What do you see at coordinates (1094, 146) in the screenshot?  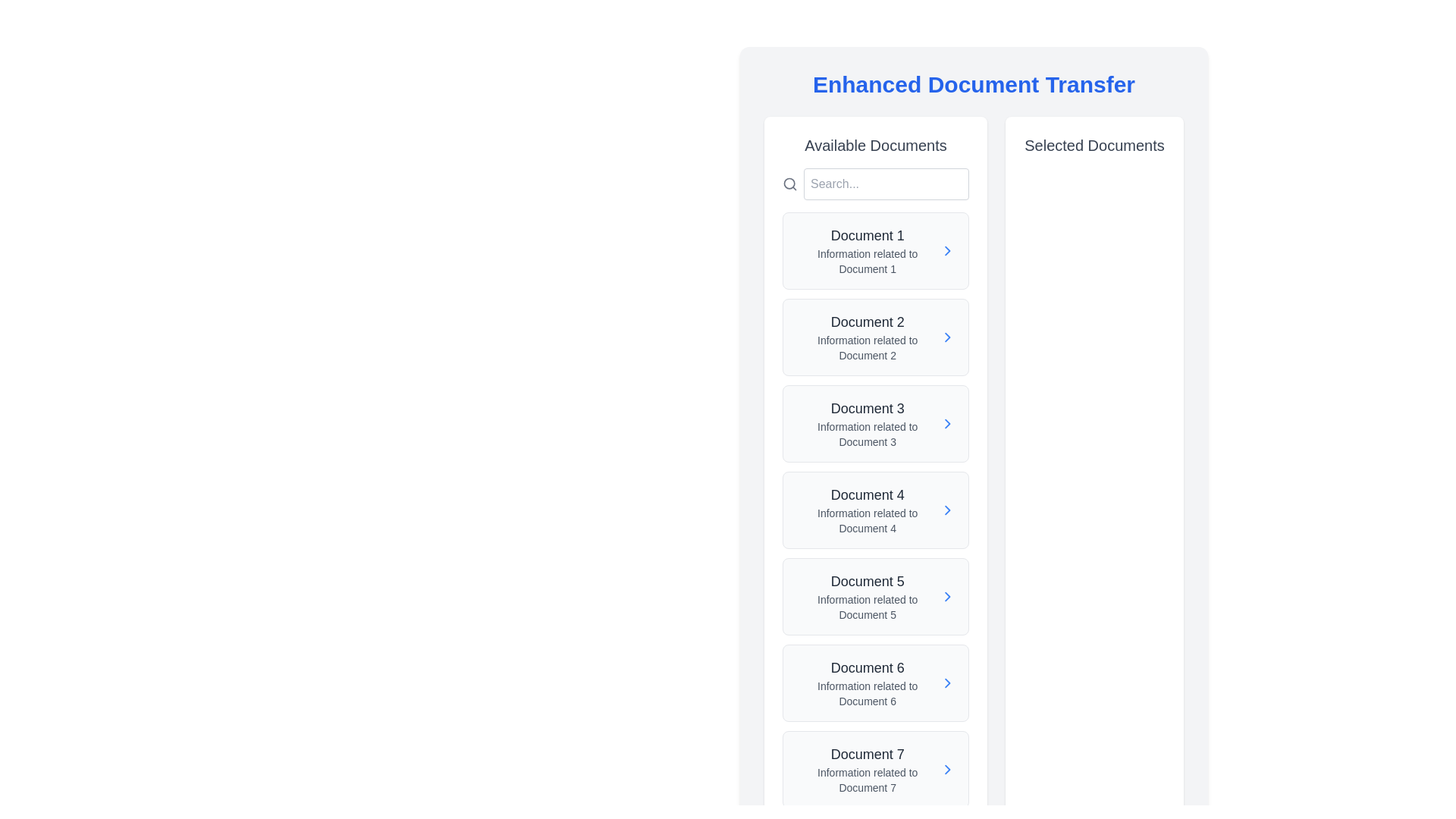 I see `the 'Selected Documents' text label, which is a bold gray text on a white background, positioned at the top of the right-hand column` at bounding box center [1094, 146].